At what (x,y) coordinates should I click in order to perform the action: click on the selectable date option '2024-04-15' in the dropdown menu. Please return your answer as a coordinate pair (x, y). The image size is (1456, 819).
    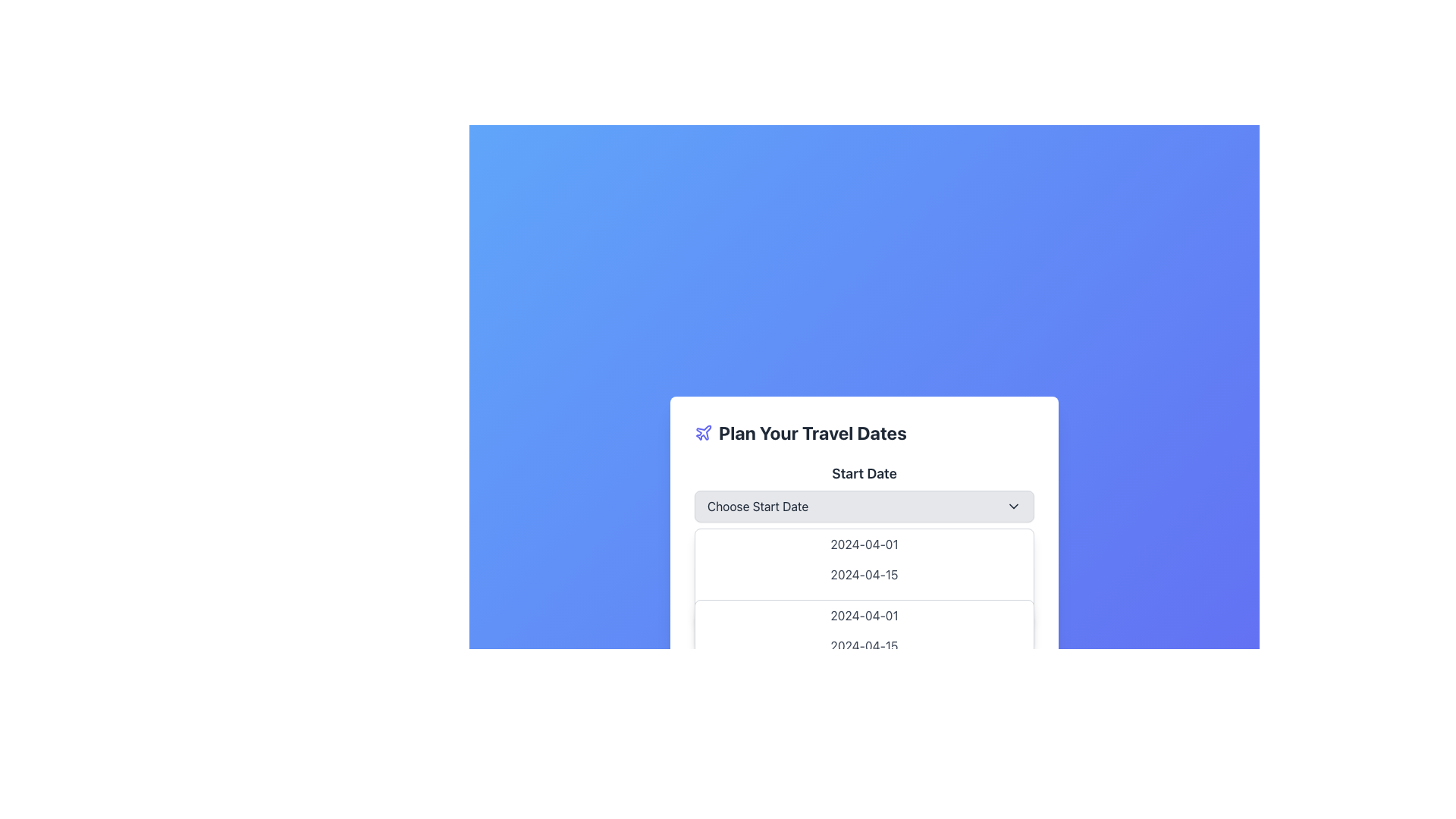
    Looking at the image, I should click on (864, 646).